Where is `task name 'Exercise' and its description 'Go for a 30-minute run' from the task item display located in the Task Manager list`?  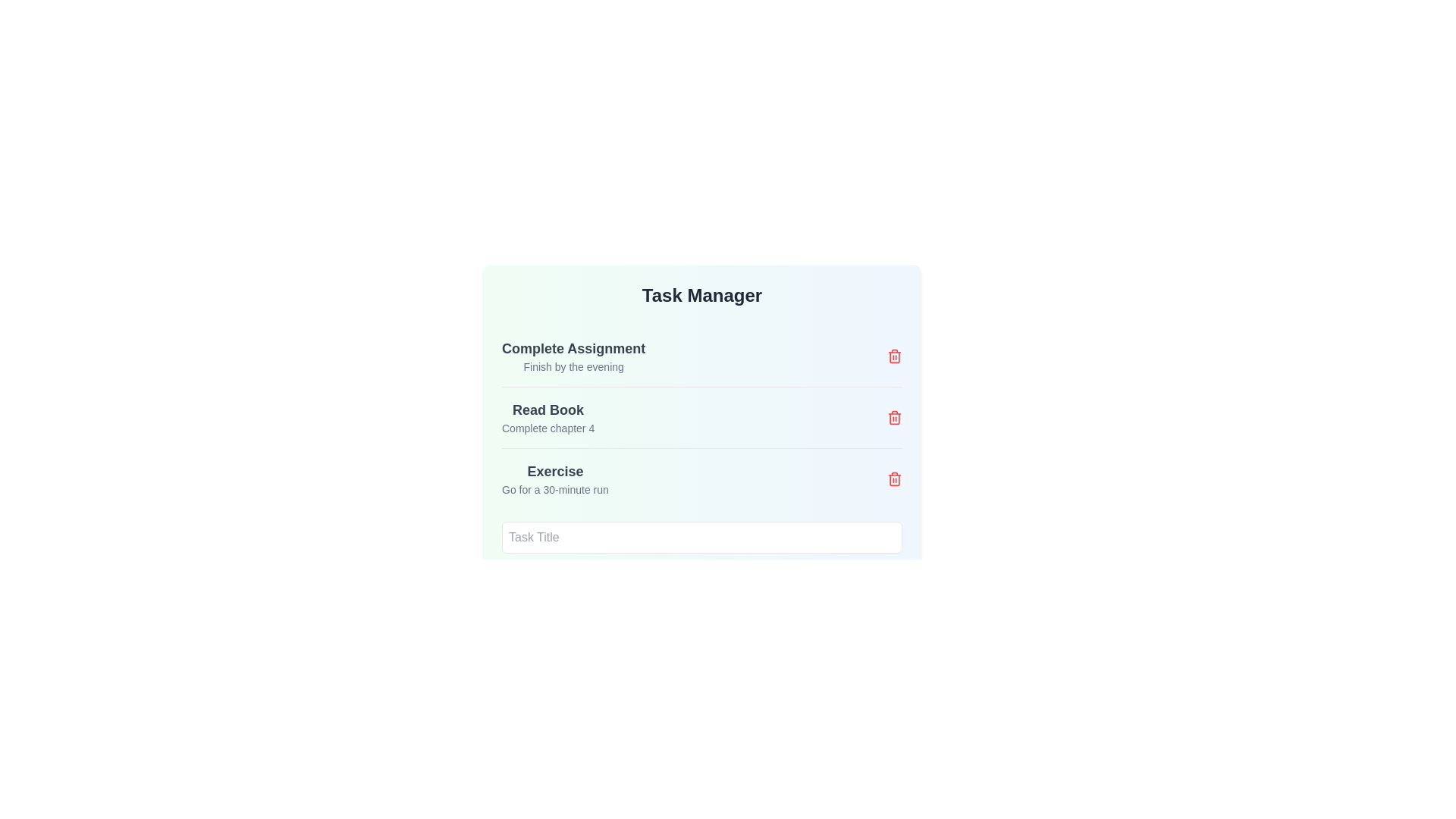
task name 'Exercise' and its description 'Go for a 30-minute run' from the task item display located in the Task Manager list is located at coordinates (701, 461).